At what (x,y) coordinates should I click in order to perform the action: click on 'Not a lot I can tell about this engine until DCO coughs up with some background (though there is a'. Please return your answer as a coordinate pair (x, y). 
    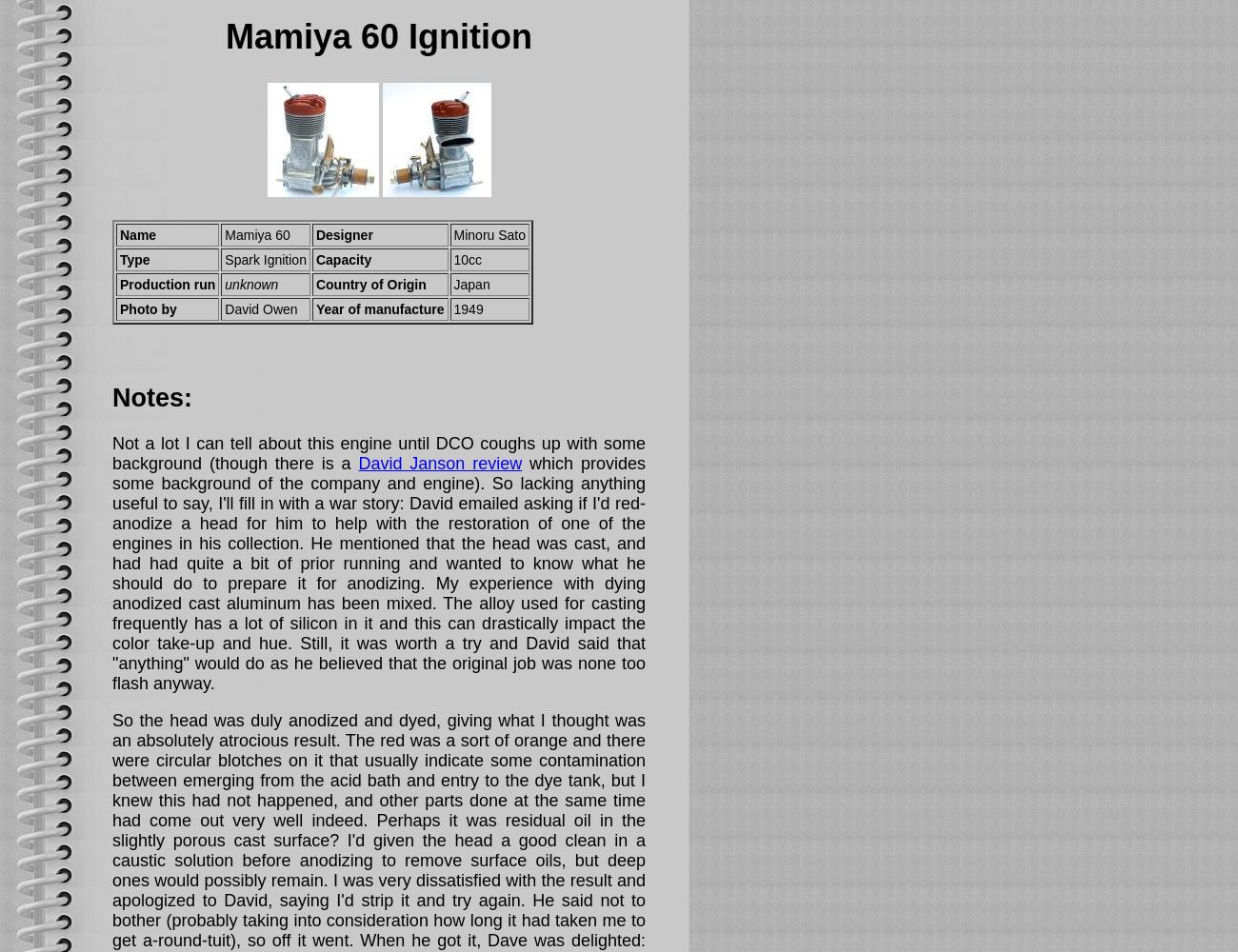
    Looking at the image, I should click on (379, 451).